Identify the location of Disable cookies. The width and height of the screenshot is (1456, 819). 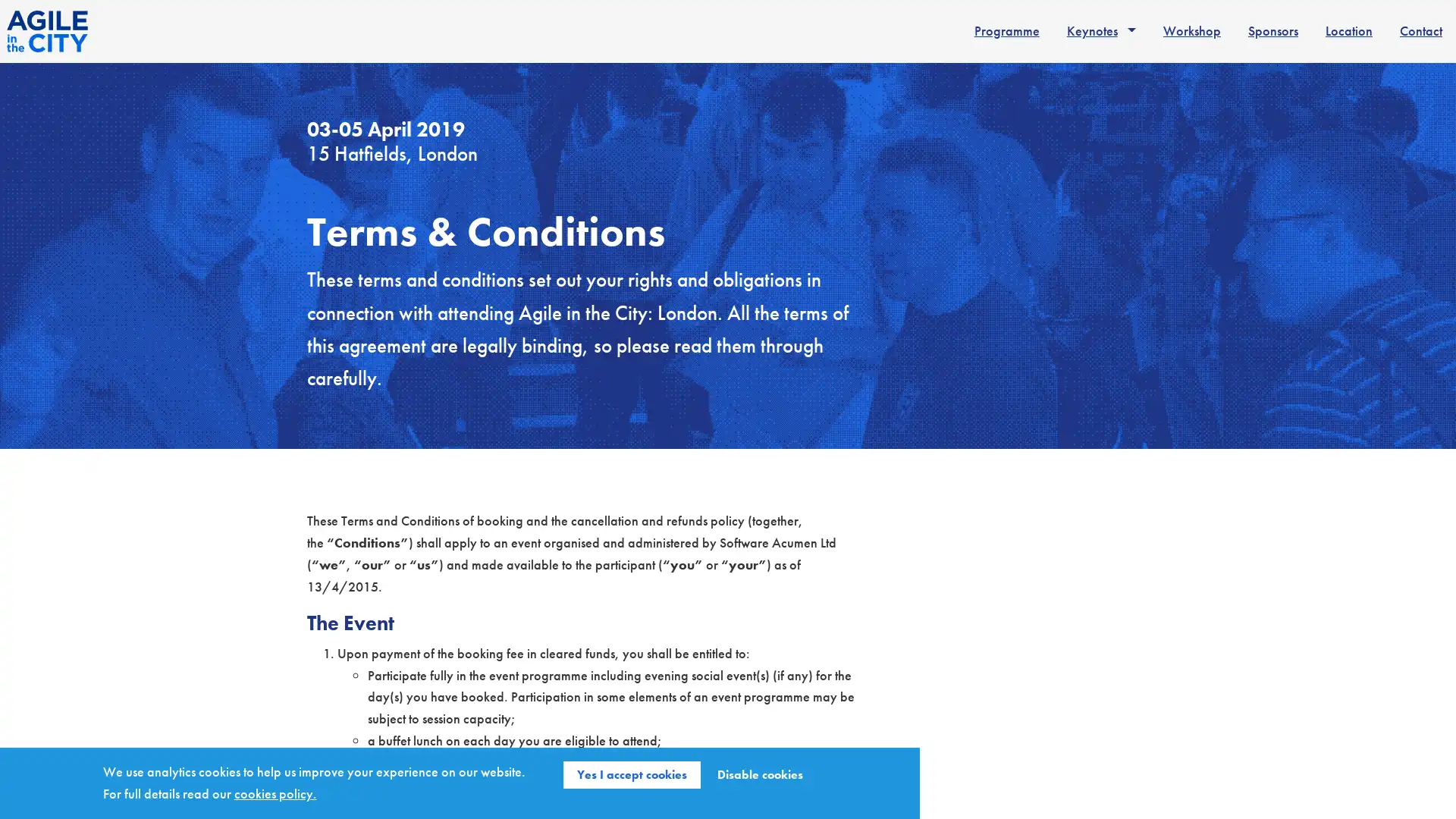
(760, 775).